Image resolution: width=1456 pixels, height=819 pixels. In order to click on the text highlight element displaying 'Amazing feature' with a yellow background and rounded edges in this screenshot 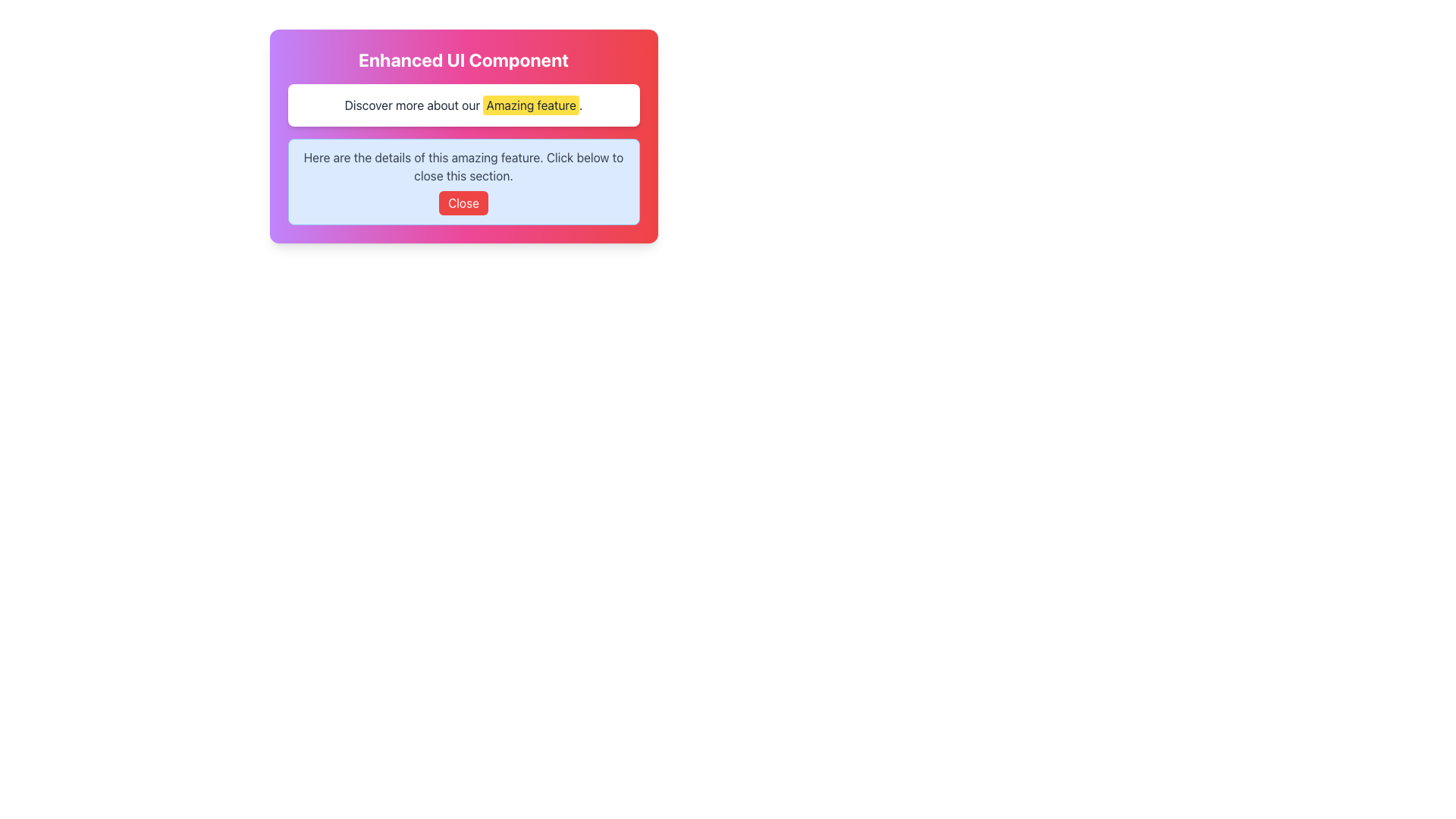, I will do `click(531, 104)`.